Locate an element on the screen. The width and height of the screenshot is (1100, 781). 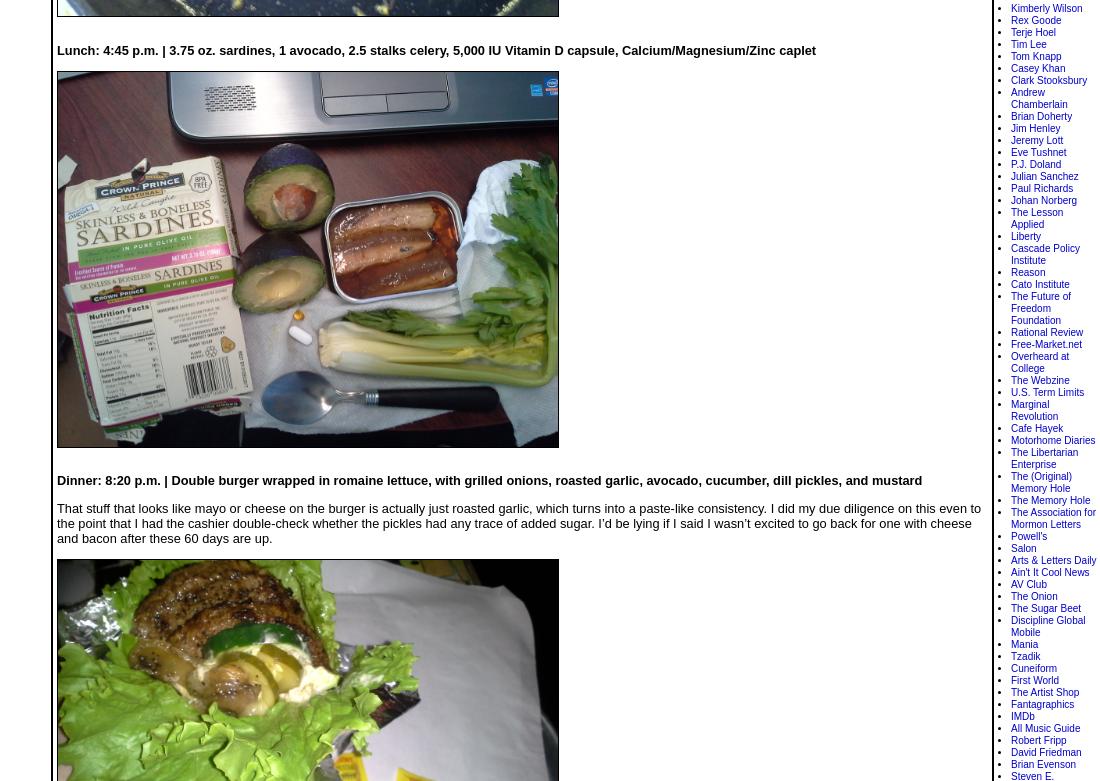
'Johan Norberg' is located at coordinates (1010, 199).